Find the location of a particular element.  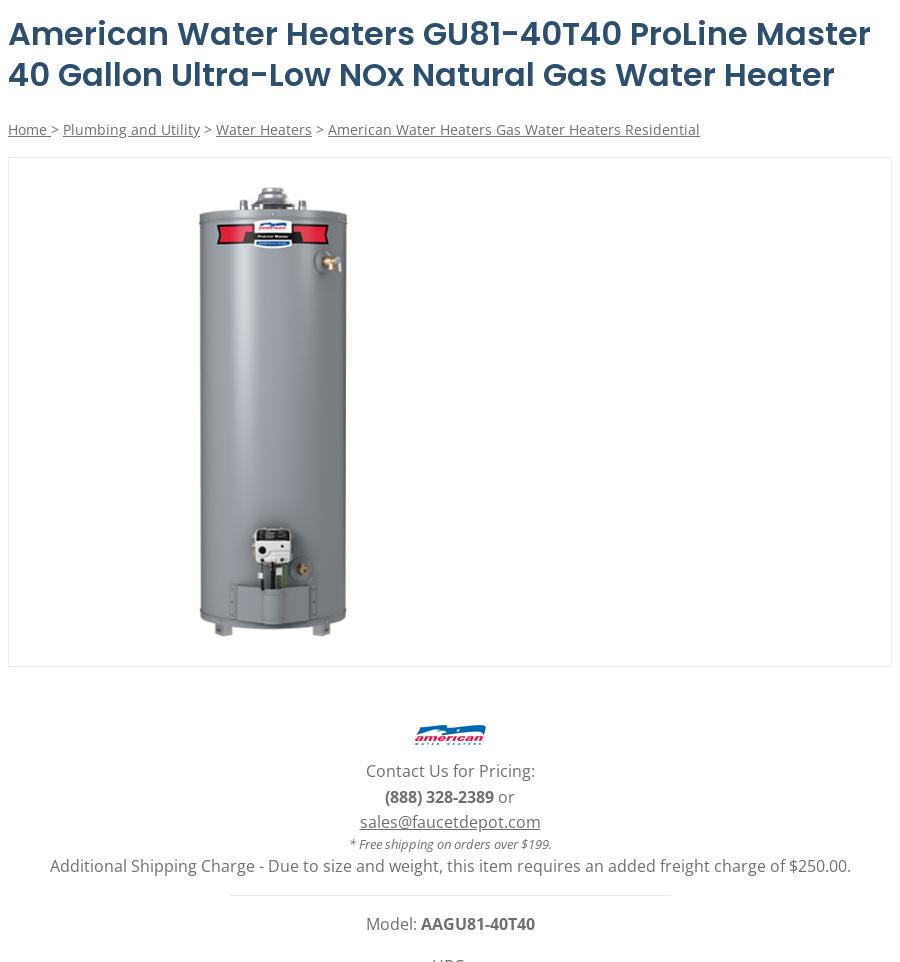

'* Free shipping on orders over $199.' is located at coordinates (449, 843).